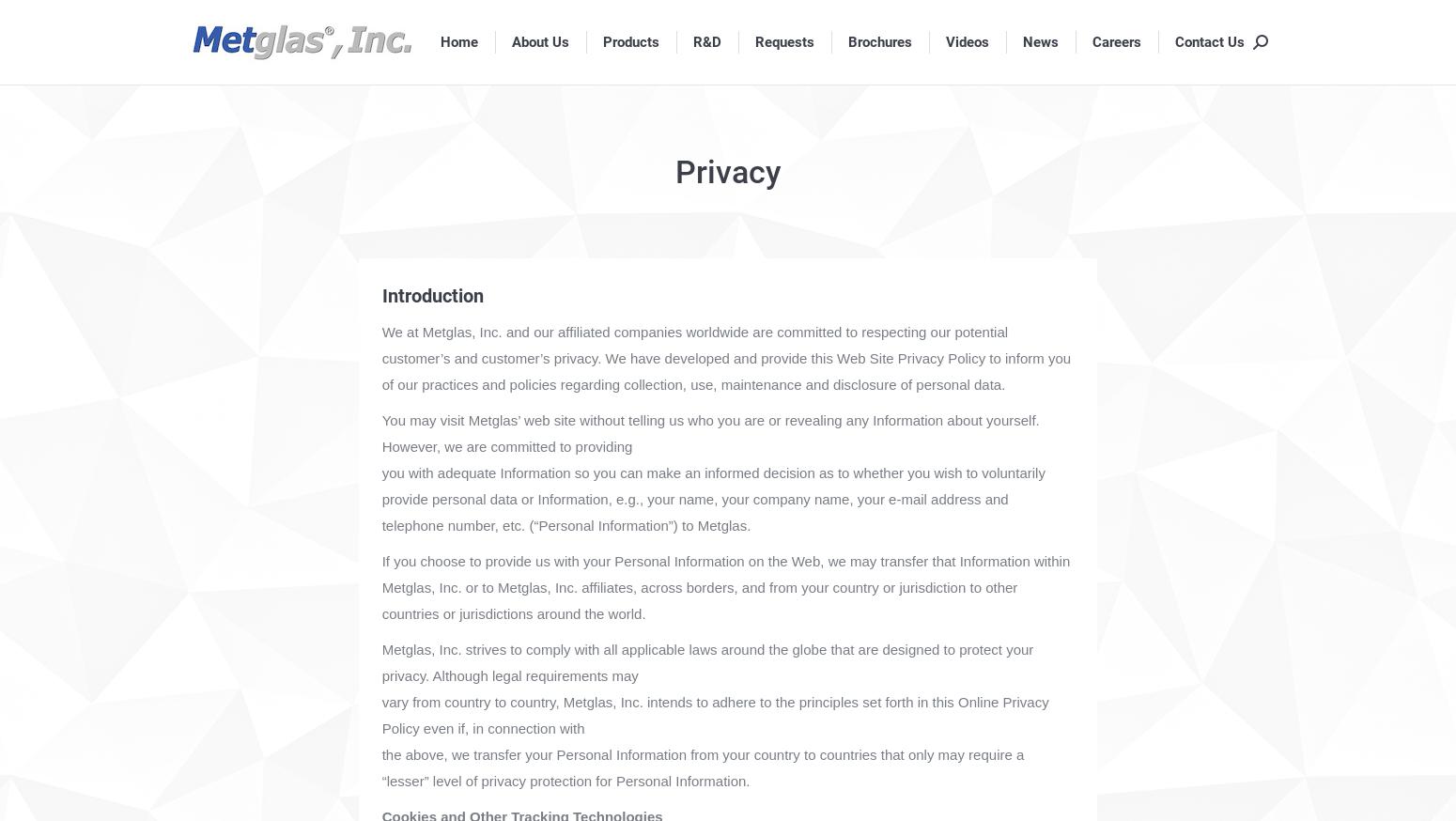 The width and height of the screenshot is (1456, 821). I want to click on 'Contact Us', so click(1174, 39).